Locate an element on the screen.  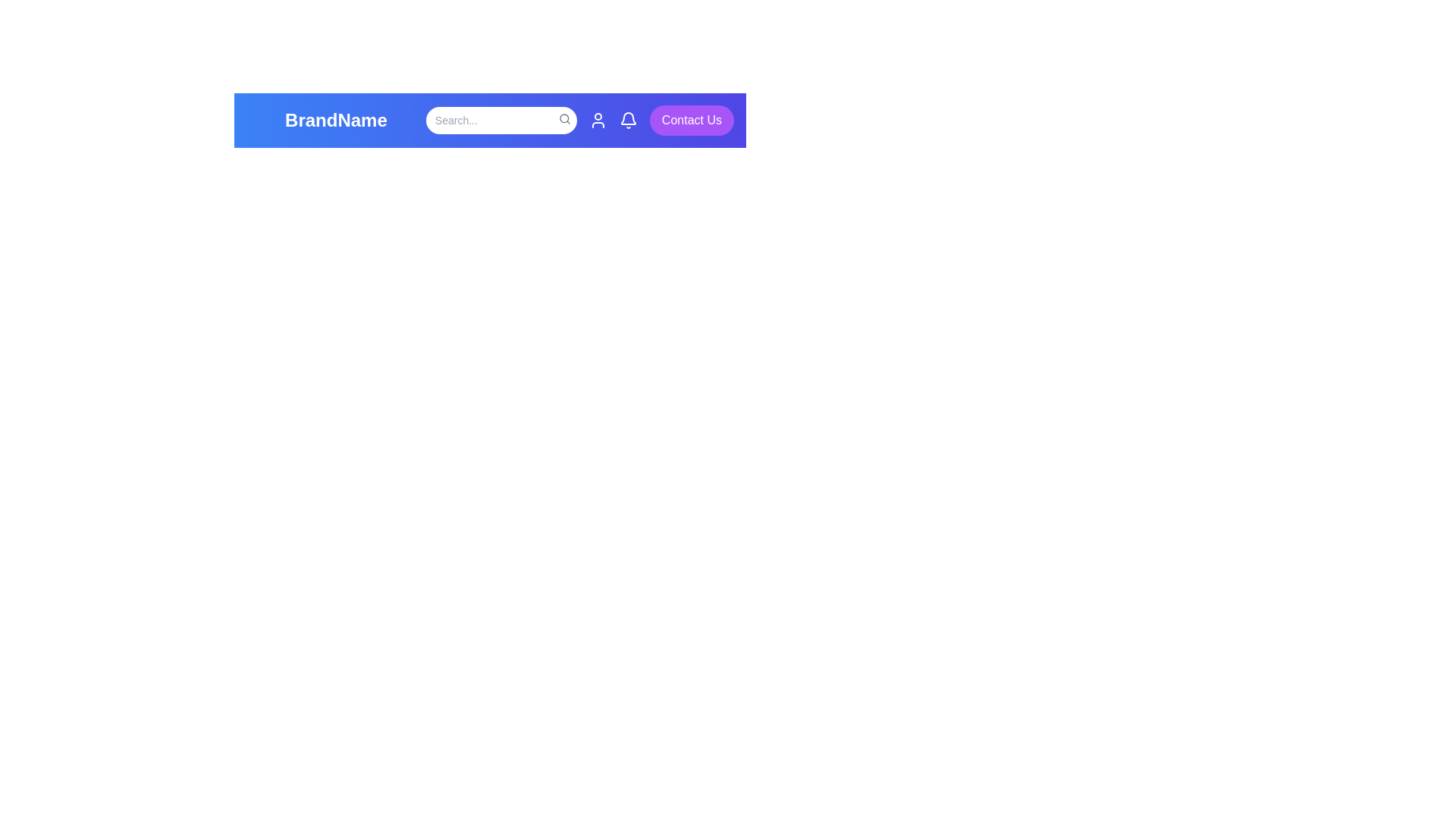
the notification bell icon is located at coordinates (628, 119).